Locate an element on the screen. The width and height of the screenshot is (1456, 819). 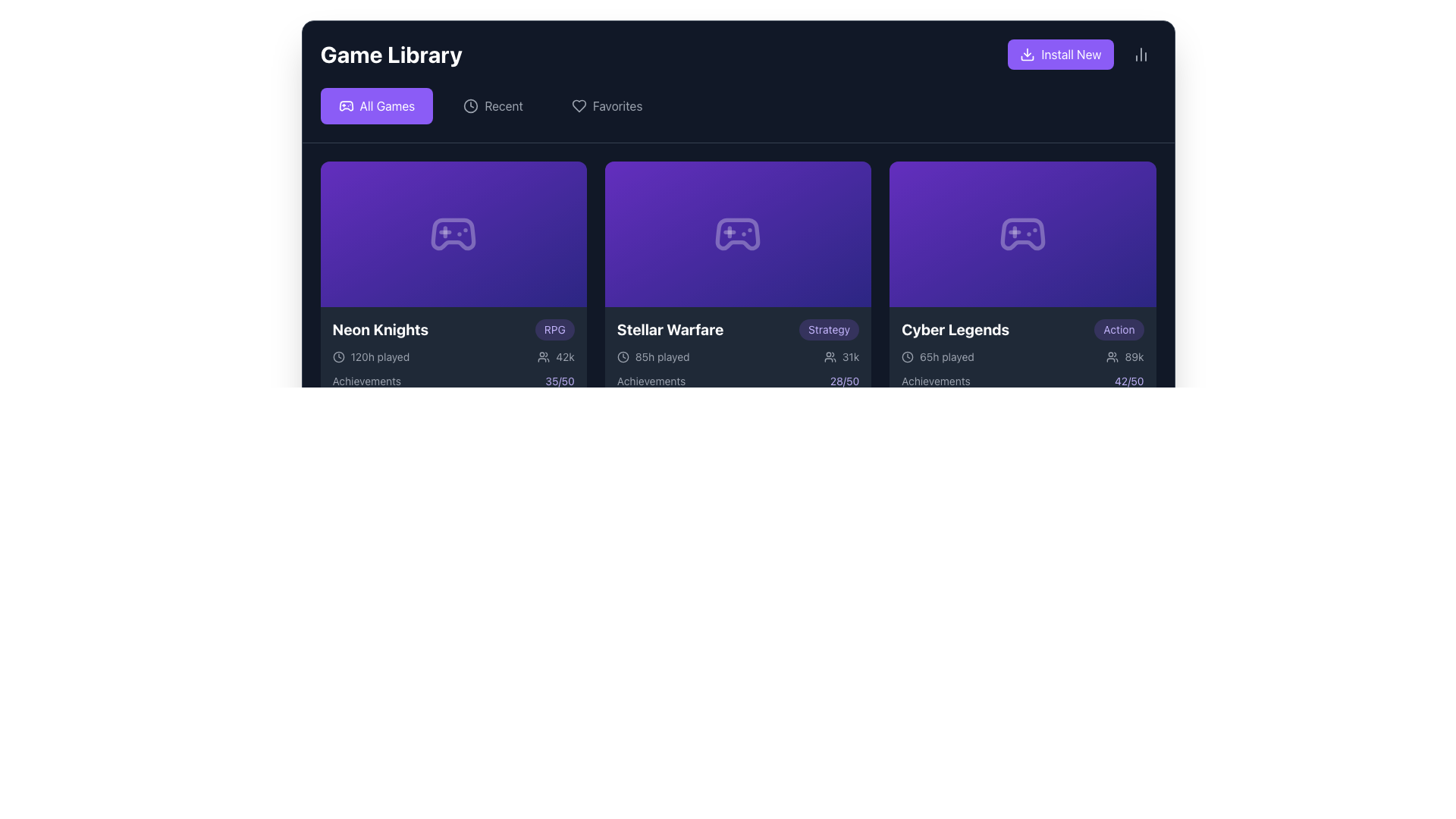
the circular Icon component located in the 'Recent' menu item, positioned between the 'All Games' button and the 'Favorites' icon is located at coordinates (470, 105).